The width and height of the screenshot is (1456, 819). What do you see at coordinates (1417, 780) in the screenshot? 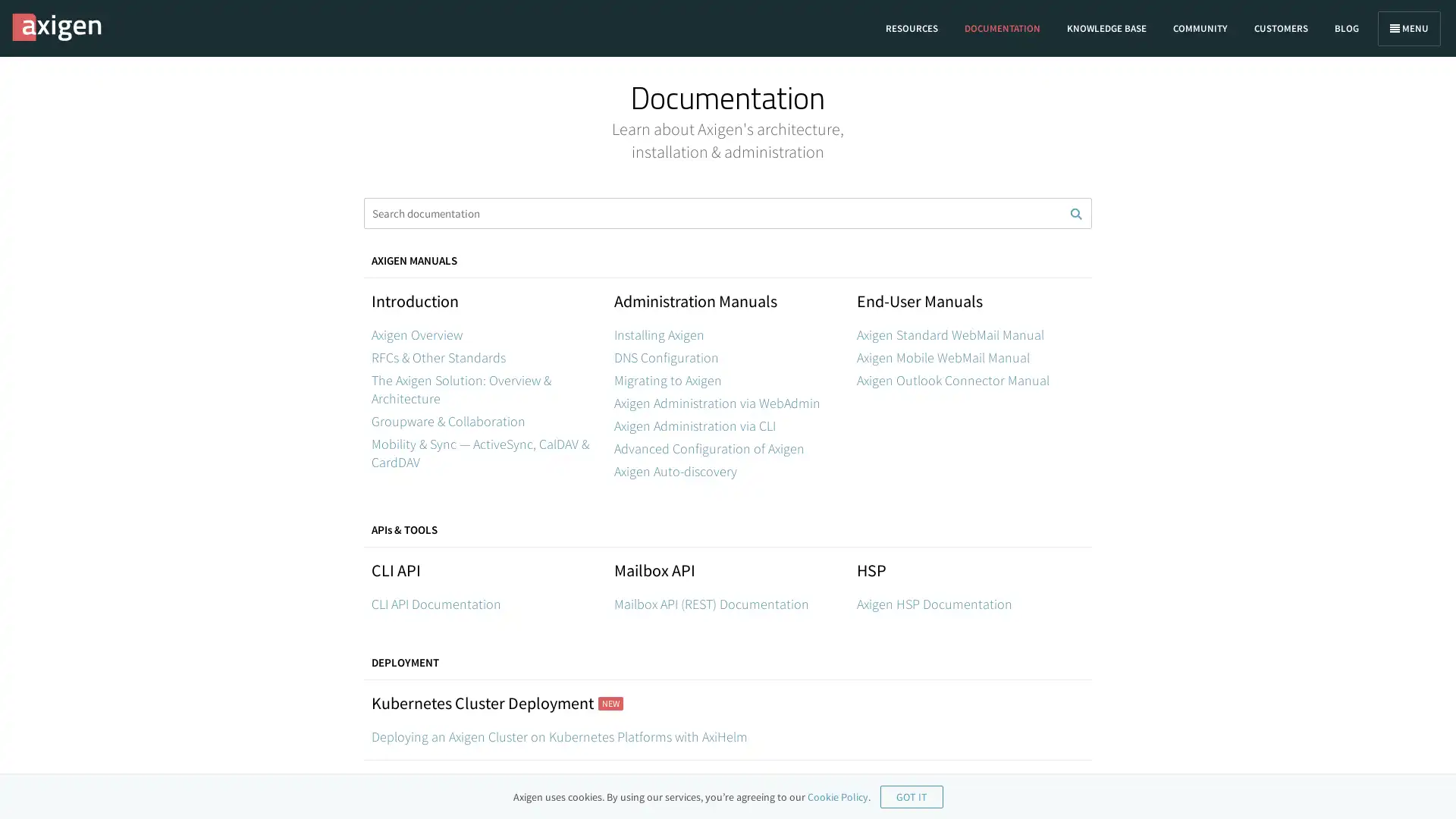
I see `Open Intercom Messenger` at bounding box center [1417, 780].